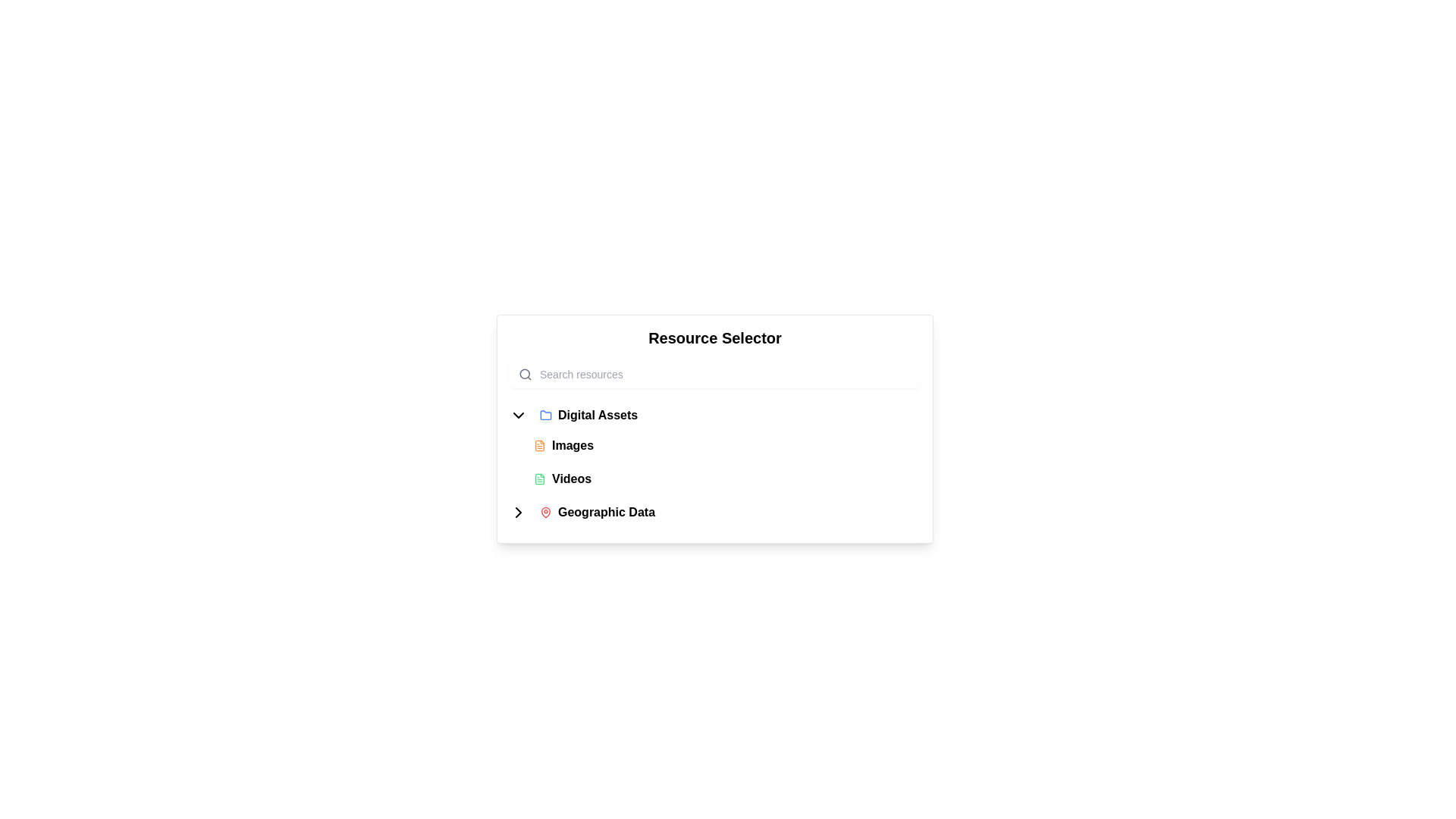 Image resolution: width=1456 pixels, height=819 pixels. I want to click on the orange document icon, so click(539, 444).